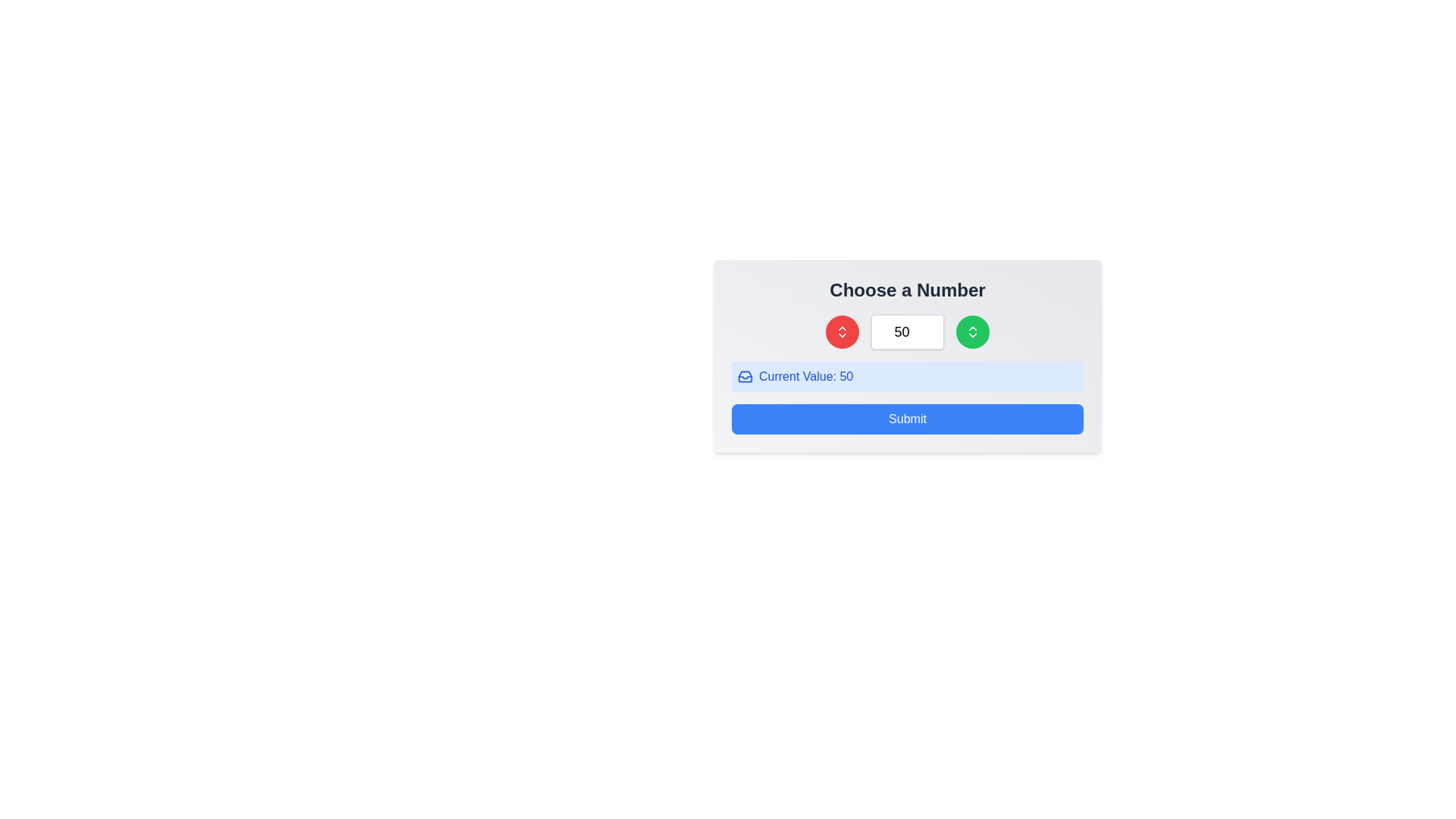 This screenshot has height=819, width=1456. What do you see at coordinates (972, 331) in the screenshot?
I see `on the circular green button with a white chevron icon located` at bounding box center [972, 331].